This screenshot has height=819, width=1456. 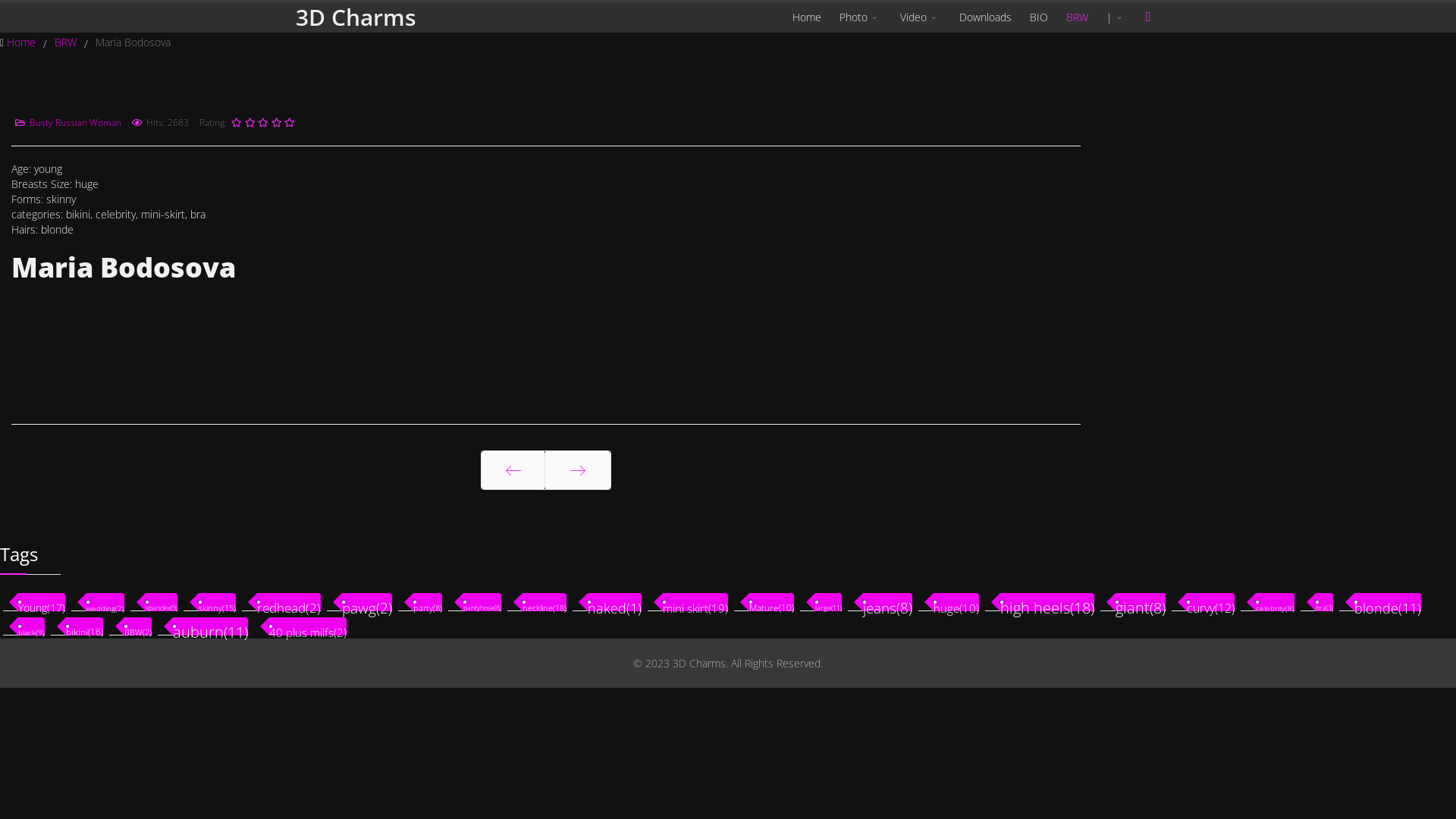 I want to click on 'Home', so click(x=22, y=41).